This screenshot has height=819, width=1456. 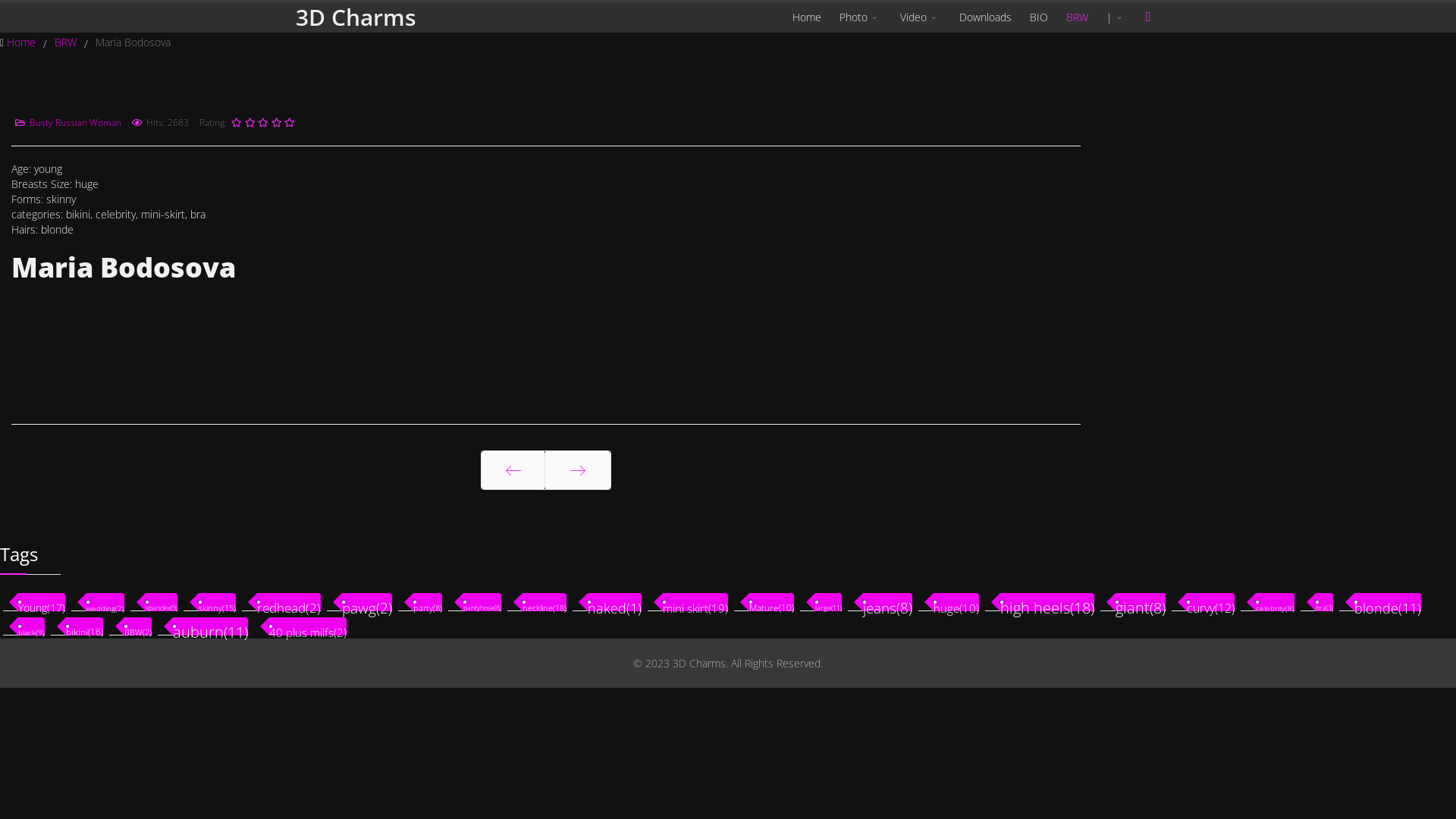 I want to click on 'Home', so click(x=22, y=41).